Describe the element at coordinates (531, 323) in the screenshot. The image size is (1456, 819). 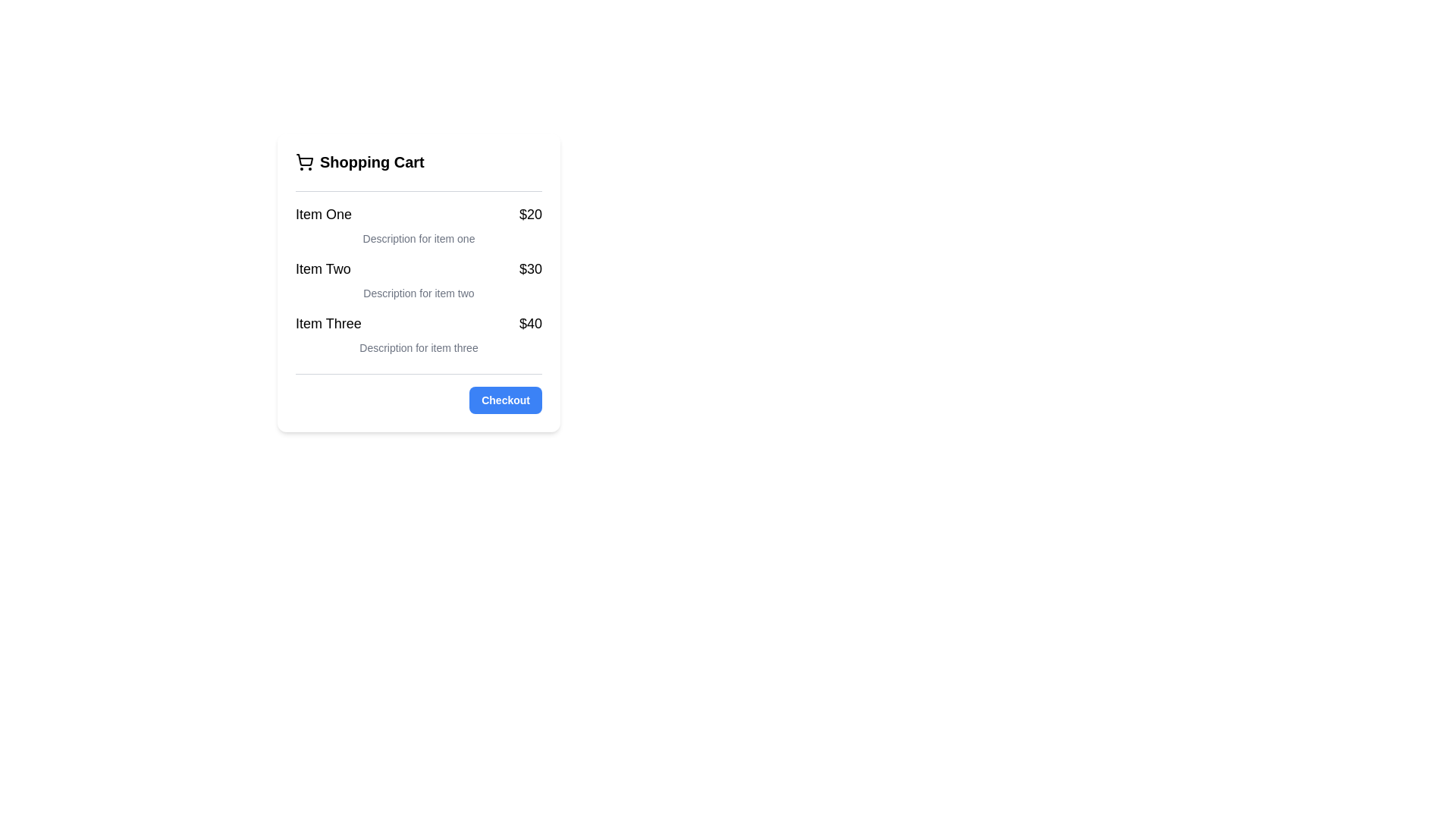
I see `the text label displaying the price '$40' in bold black font, located on the right side of the row labeled 'Item Three' in the shopping cart interface` at that location.